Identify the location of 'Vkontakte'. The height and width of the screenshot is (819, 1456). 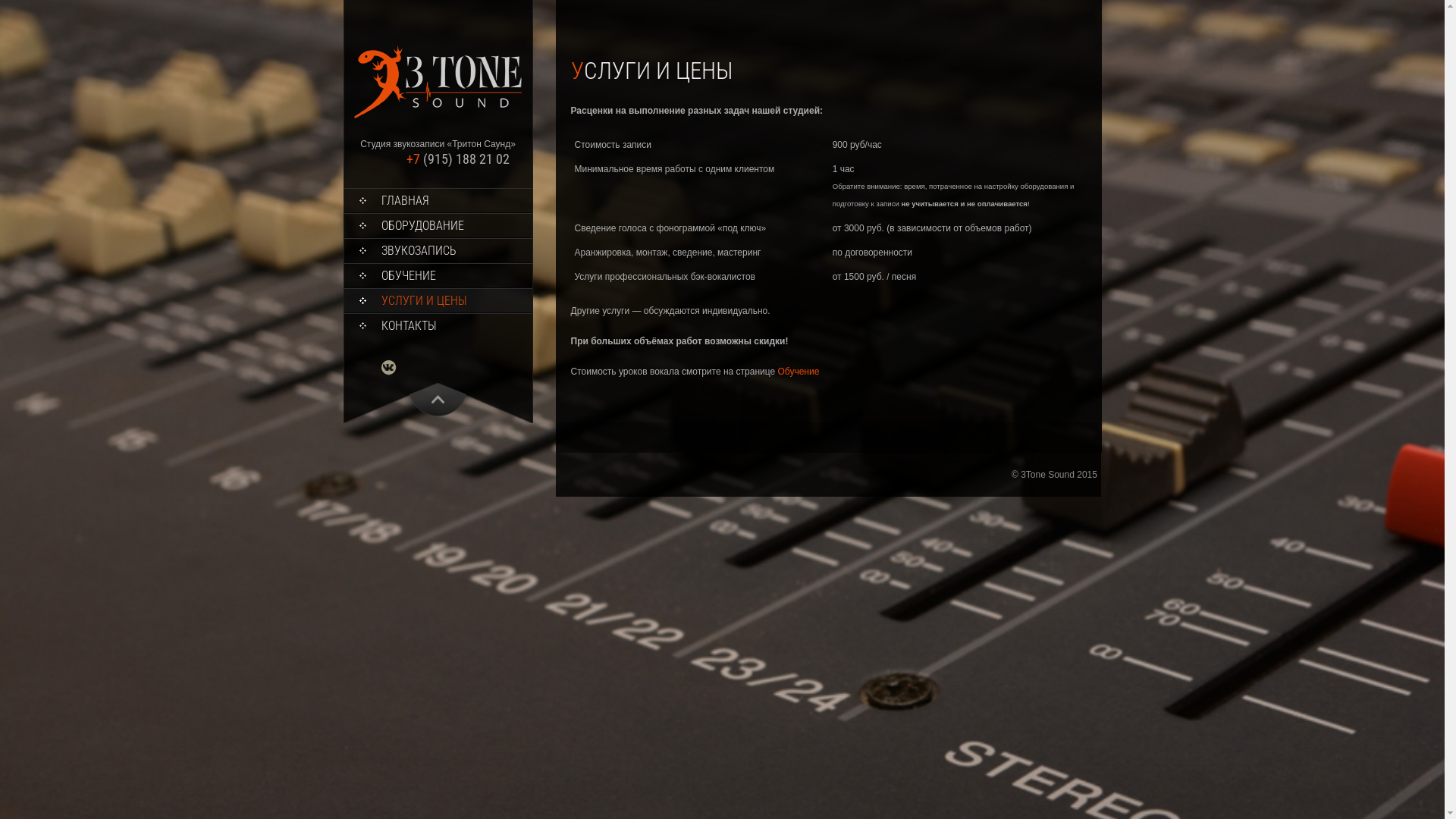
(396, 367).